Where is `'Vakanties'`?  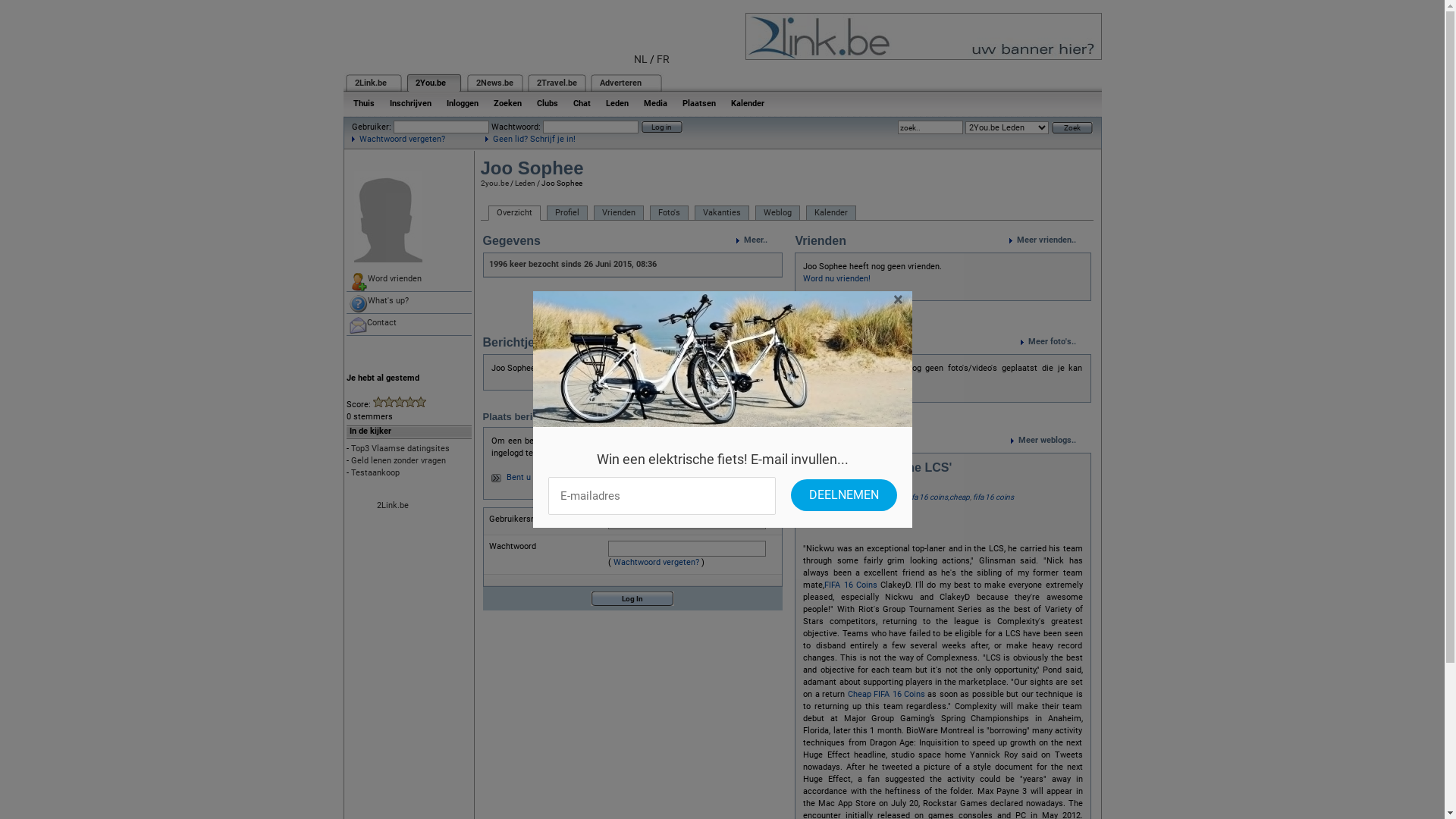
'Vakanties' is located at coordinates (720, 213).